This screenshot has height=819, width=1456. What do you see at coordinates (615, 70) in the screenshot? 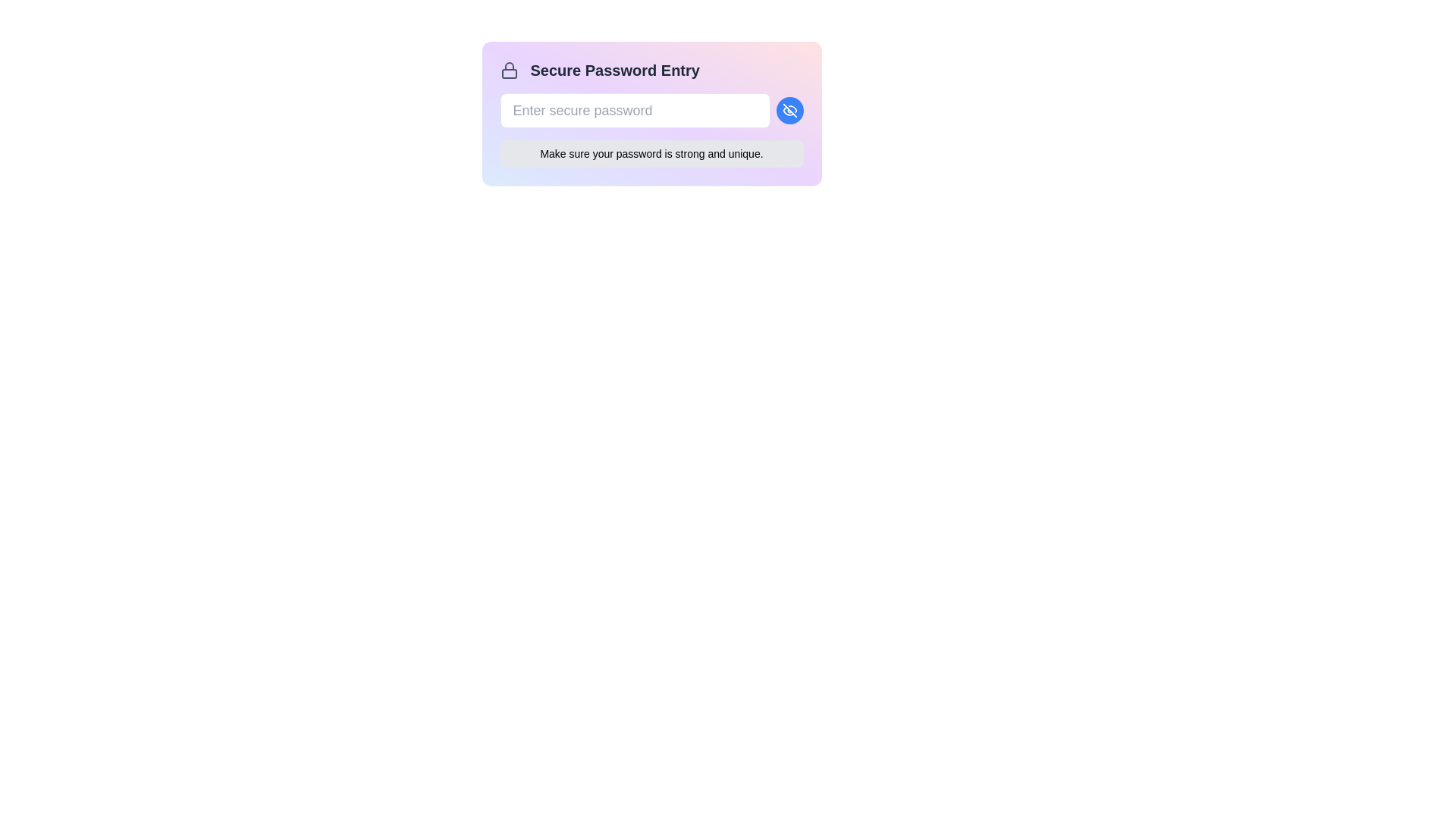
I see `the text element displaying 'Secure Password Entry', which is styled in bold, large, deep gray font, located at the top portion of the login form interface` at bounding box center [615, 70].